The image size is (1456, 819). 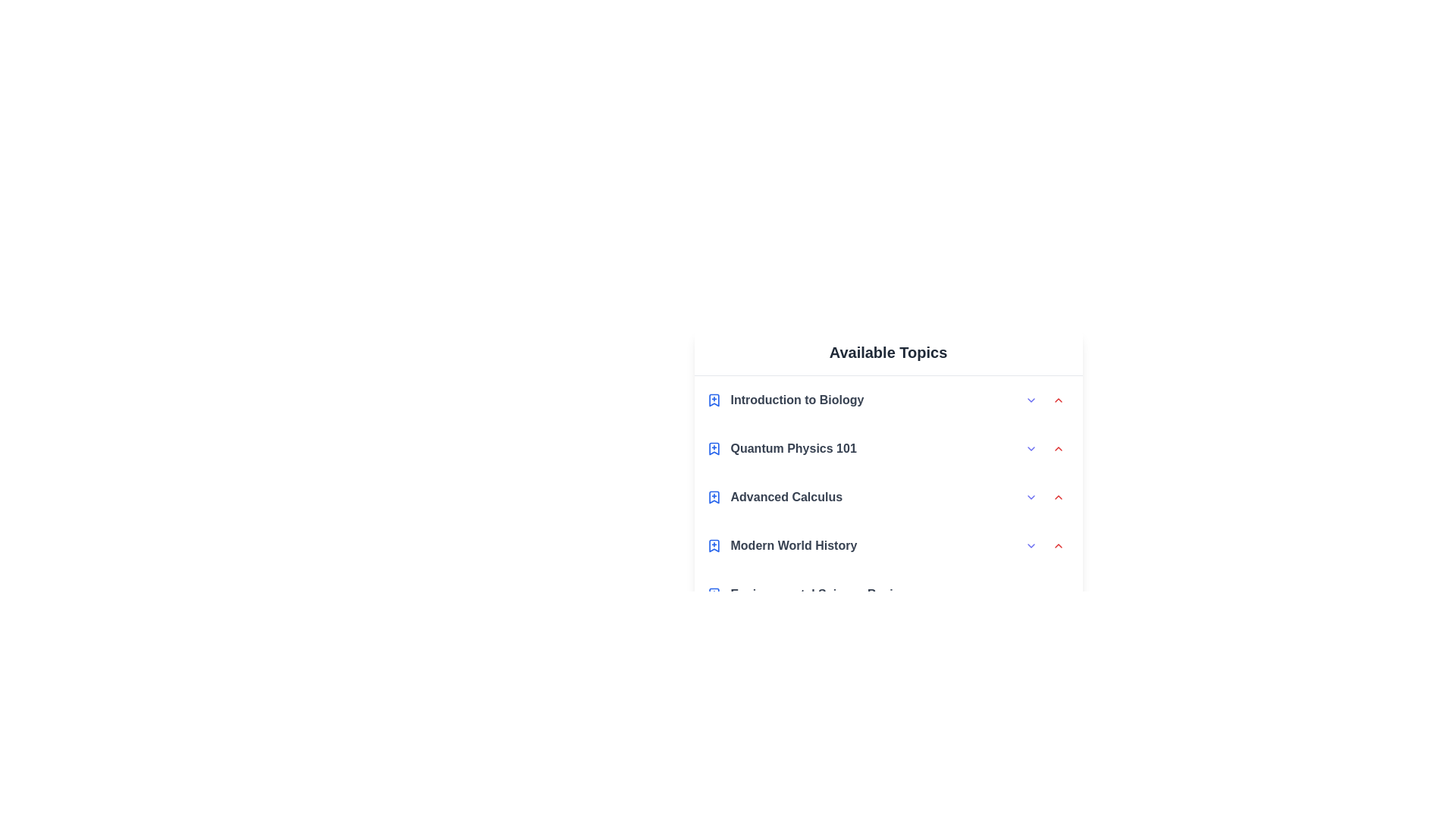 I want to click on the bookmark icon of the topic Quantum Physics 101, so click(x=713, y=447).